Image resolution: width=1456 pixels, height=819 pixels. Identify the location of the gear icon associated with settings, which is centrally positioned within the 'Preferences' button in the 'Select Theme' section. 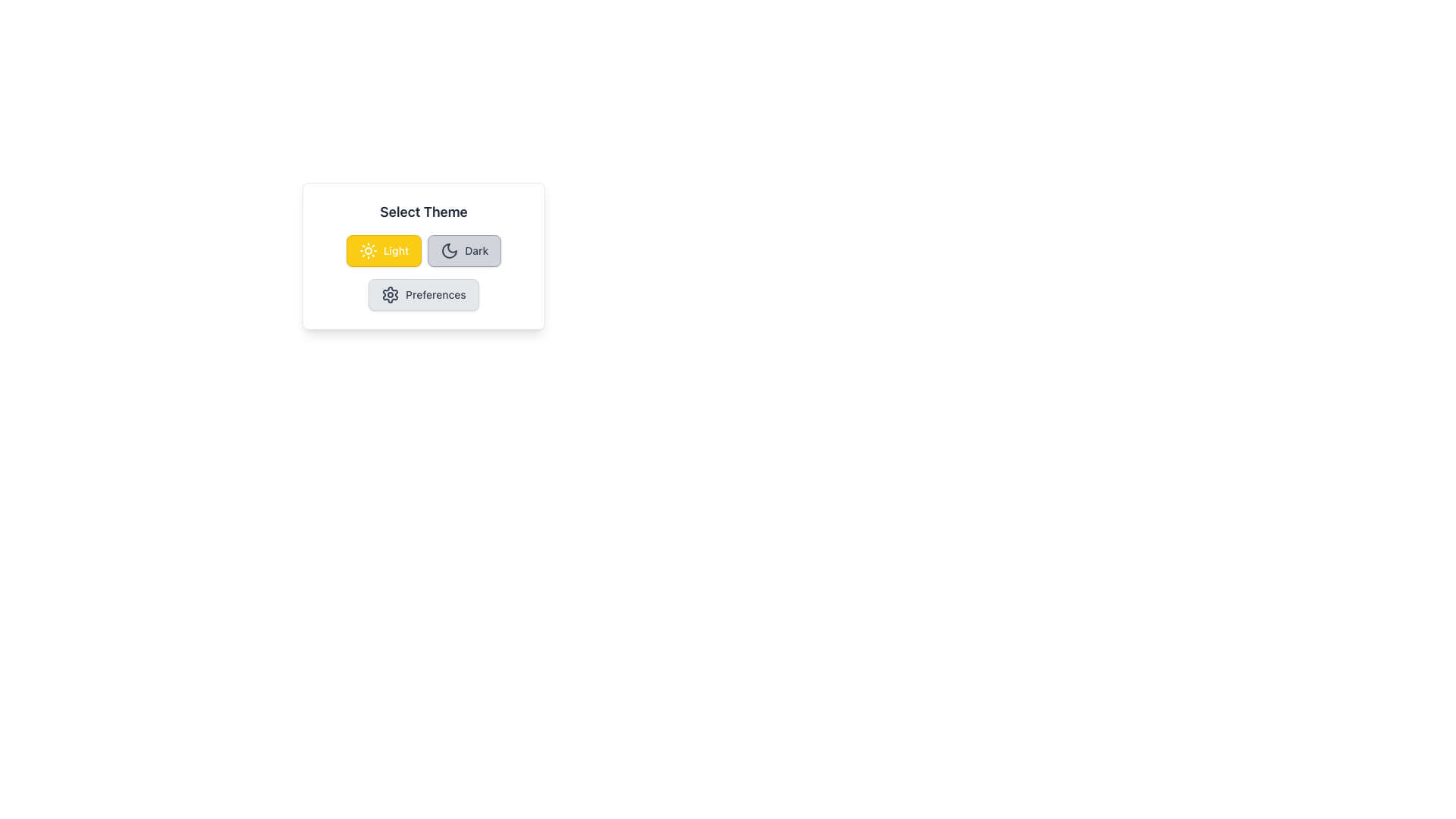
(391, 295).